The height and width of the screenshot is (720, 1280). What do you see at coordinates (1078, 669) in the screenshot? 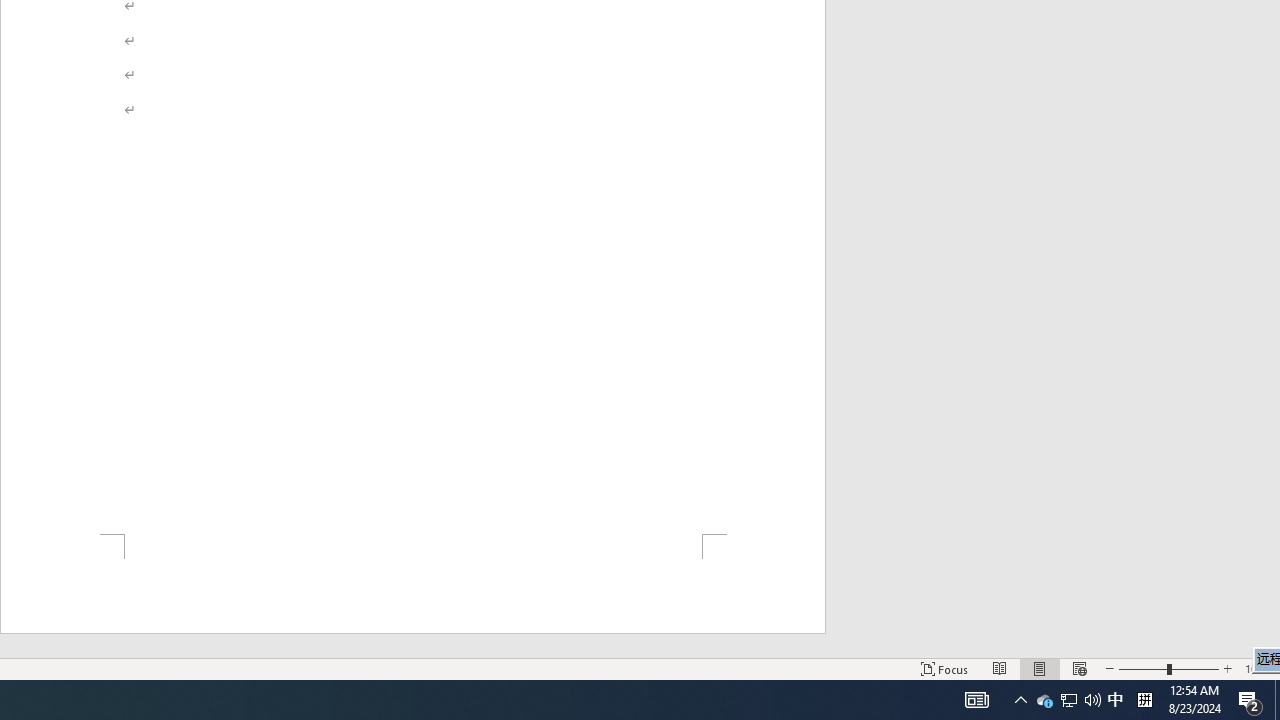
I see `'Web Layout'` at bounding box center [1078, 669].